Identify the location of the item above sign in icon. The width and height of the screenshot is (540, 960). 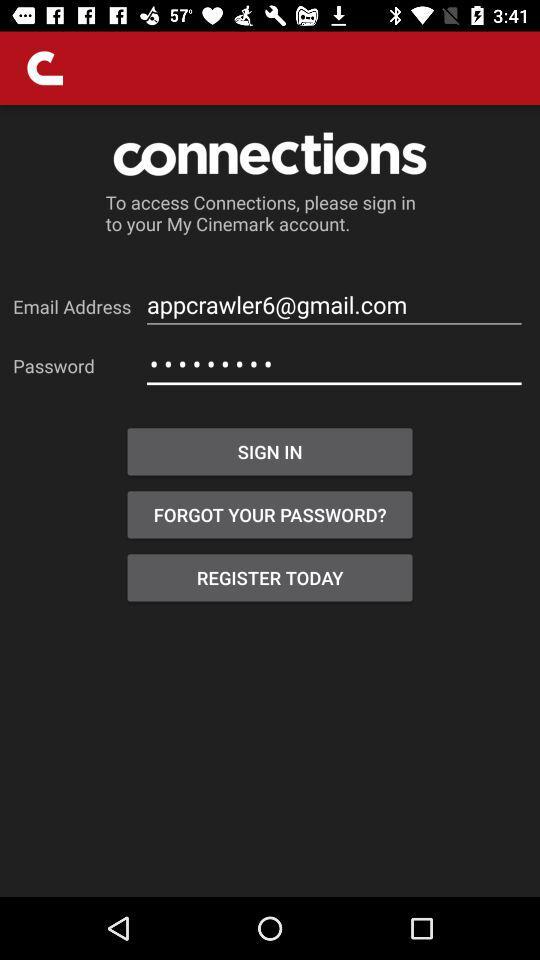
(334, 363).